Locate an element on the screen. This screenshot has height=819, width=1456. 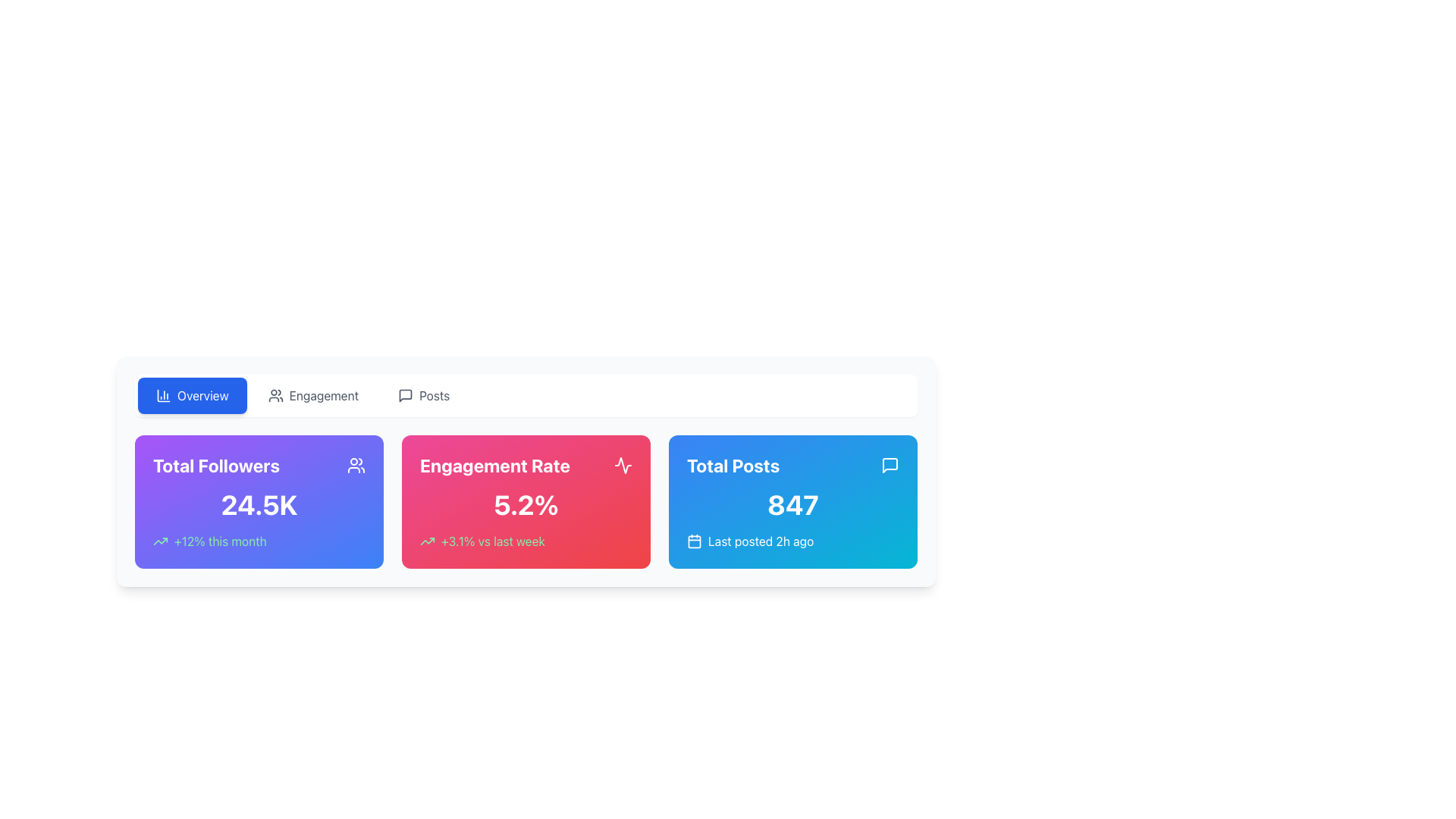
the Text-and-Icon Group that contains a calendar icon and the text 'Last posted 2h ago', located at the bottom part of the 'Total Posts' card is located at coordinates (792, 540).